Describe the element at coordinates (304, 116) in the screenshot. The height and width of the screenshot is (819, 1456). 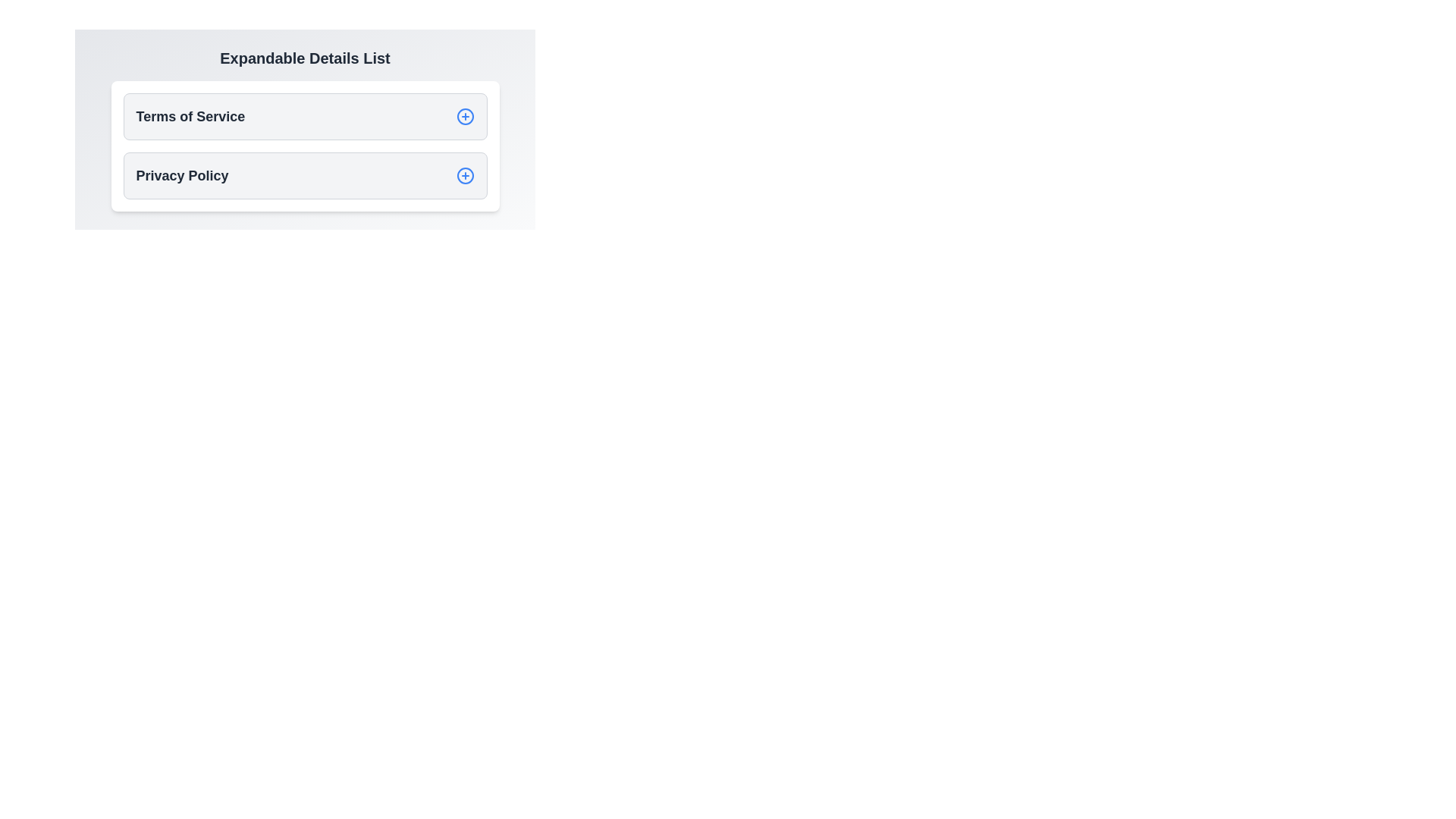
I see `the first expandable list item labeled 'Terms of Service'` at that location.